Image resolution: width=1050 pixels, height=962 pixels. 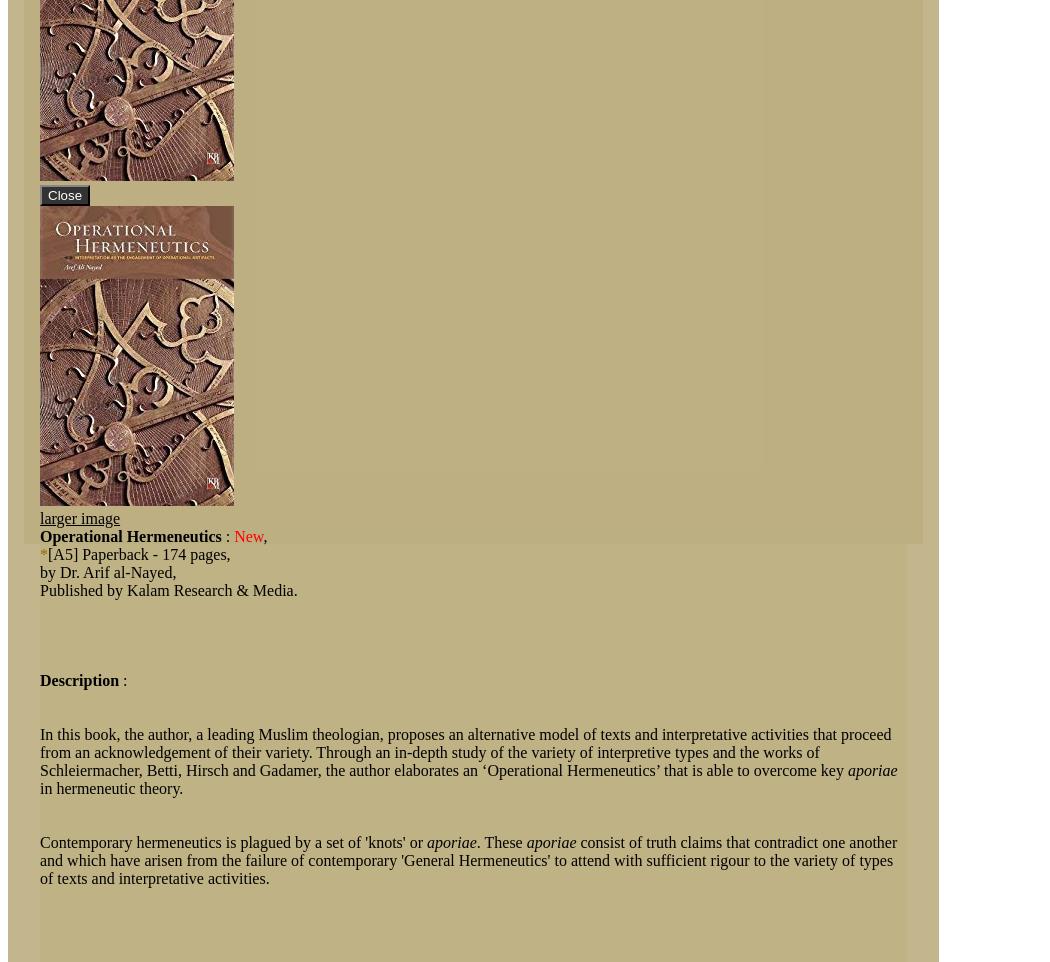 I want to click on 'New', so click(x=248, y=536).